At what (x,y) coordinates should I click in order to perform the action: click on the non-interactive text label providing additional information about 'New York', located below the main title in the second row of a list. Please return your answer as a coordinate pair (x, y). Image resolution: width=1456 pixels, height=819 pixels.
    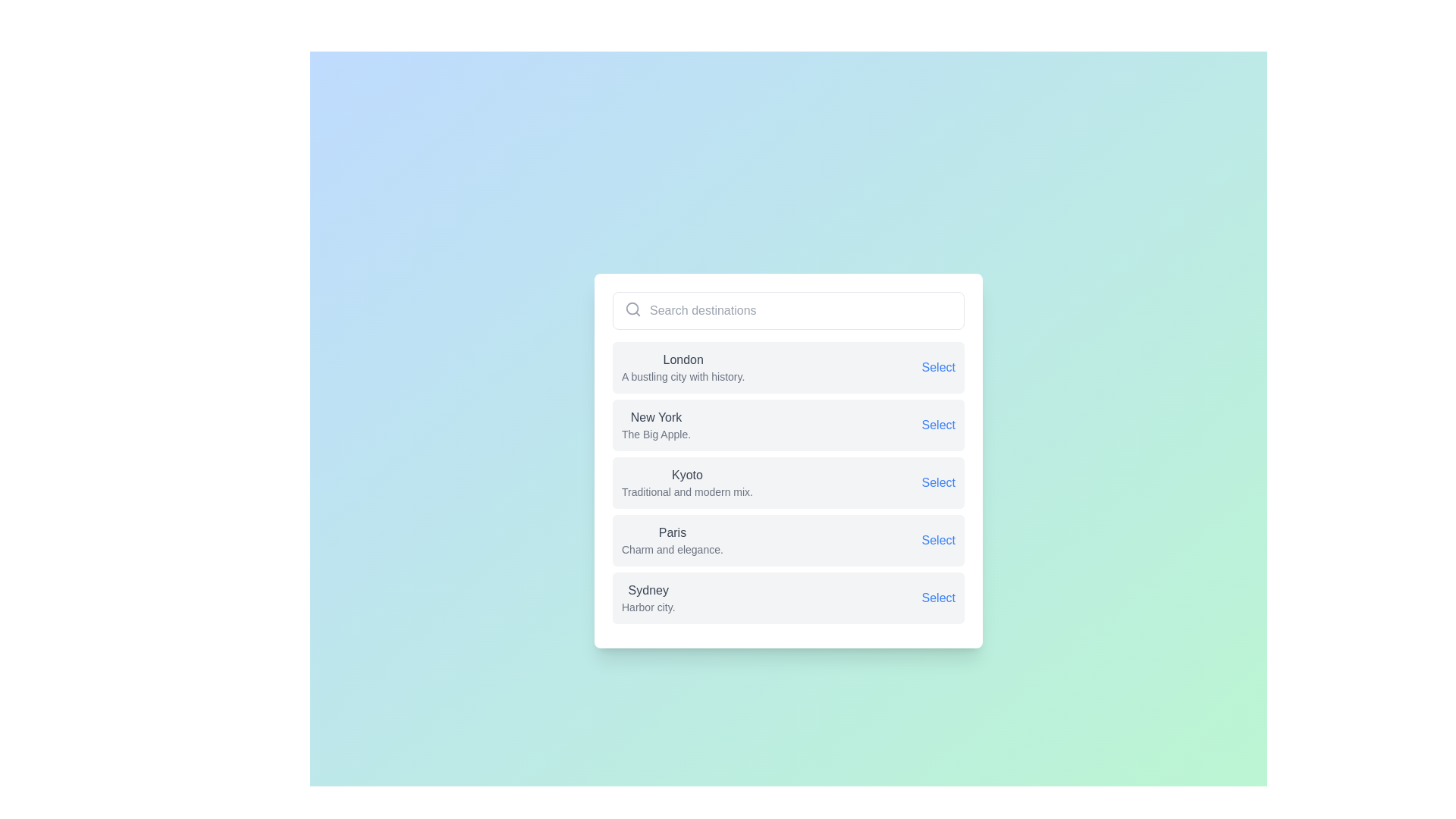
    Looking at the image, I should click on (656, 435).